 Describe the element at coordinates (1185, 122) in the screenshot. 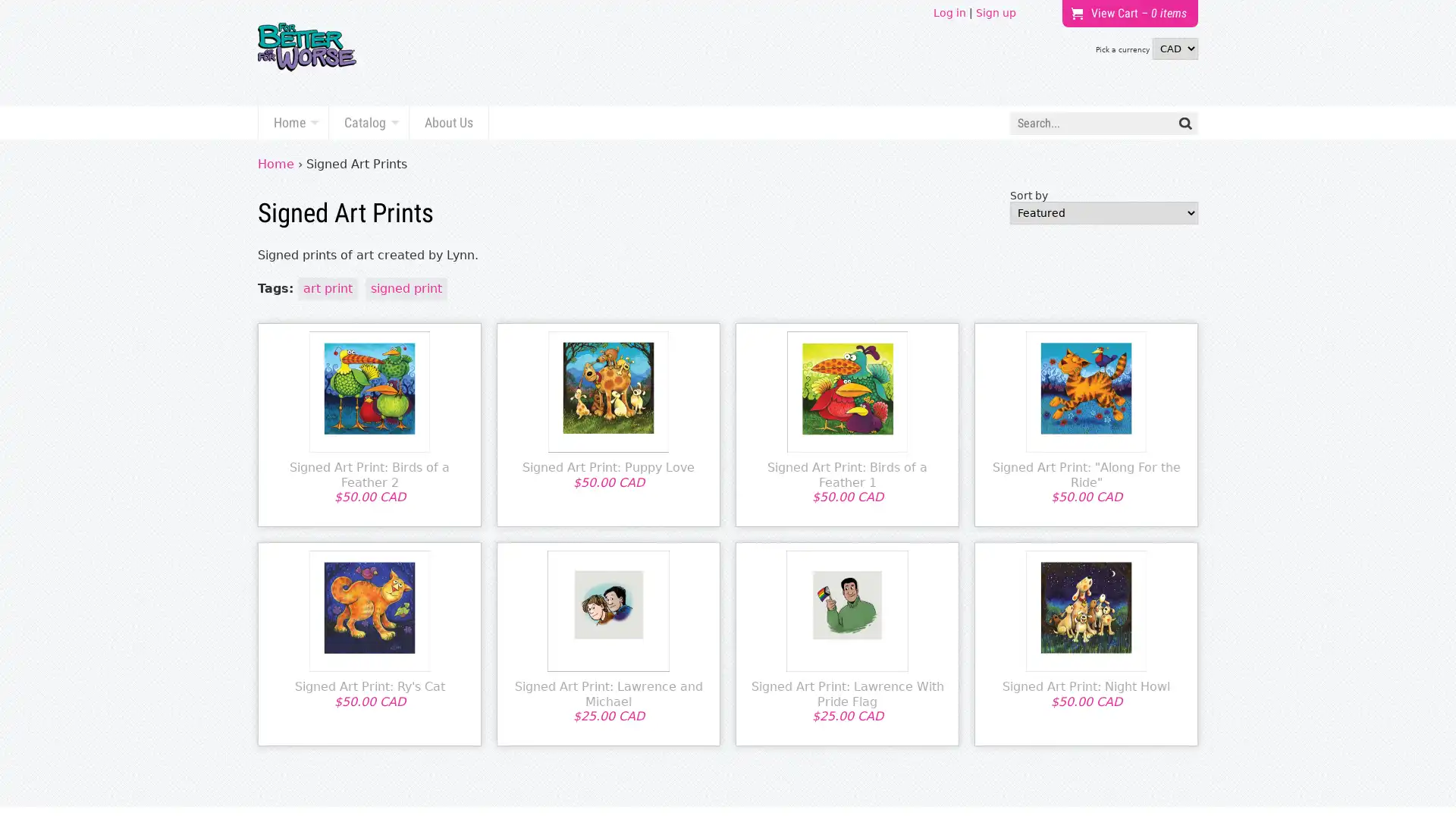

I see `Search` at that location.